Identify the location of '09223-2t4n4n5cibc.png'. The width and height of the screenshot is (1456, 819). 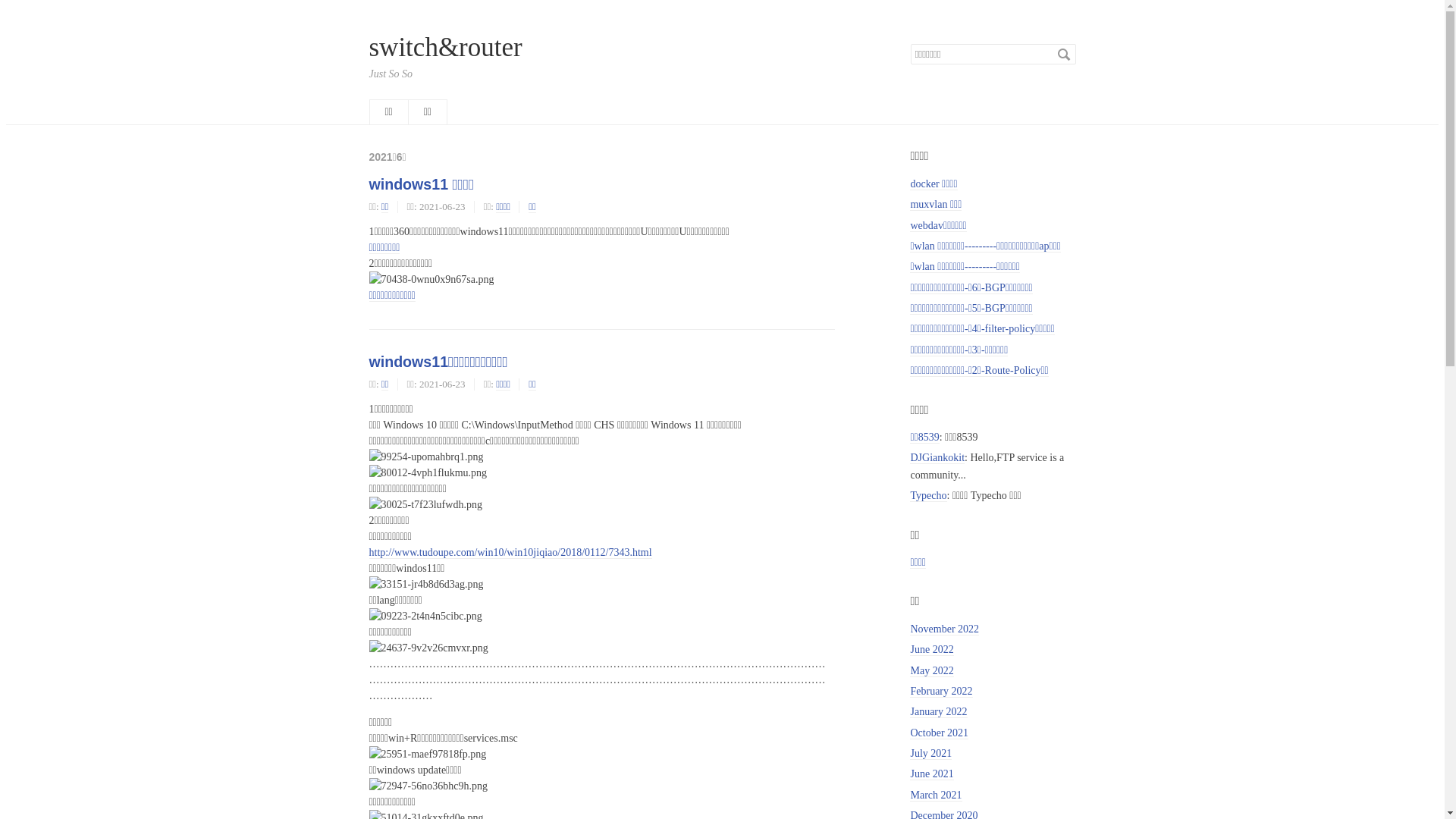
(425, 616).